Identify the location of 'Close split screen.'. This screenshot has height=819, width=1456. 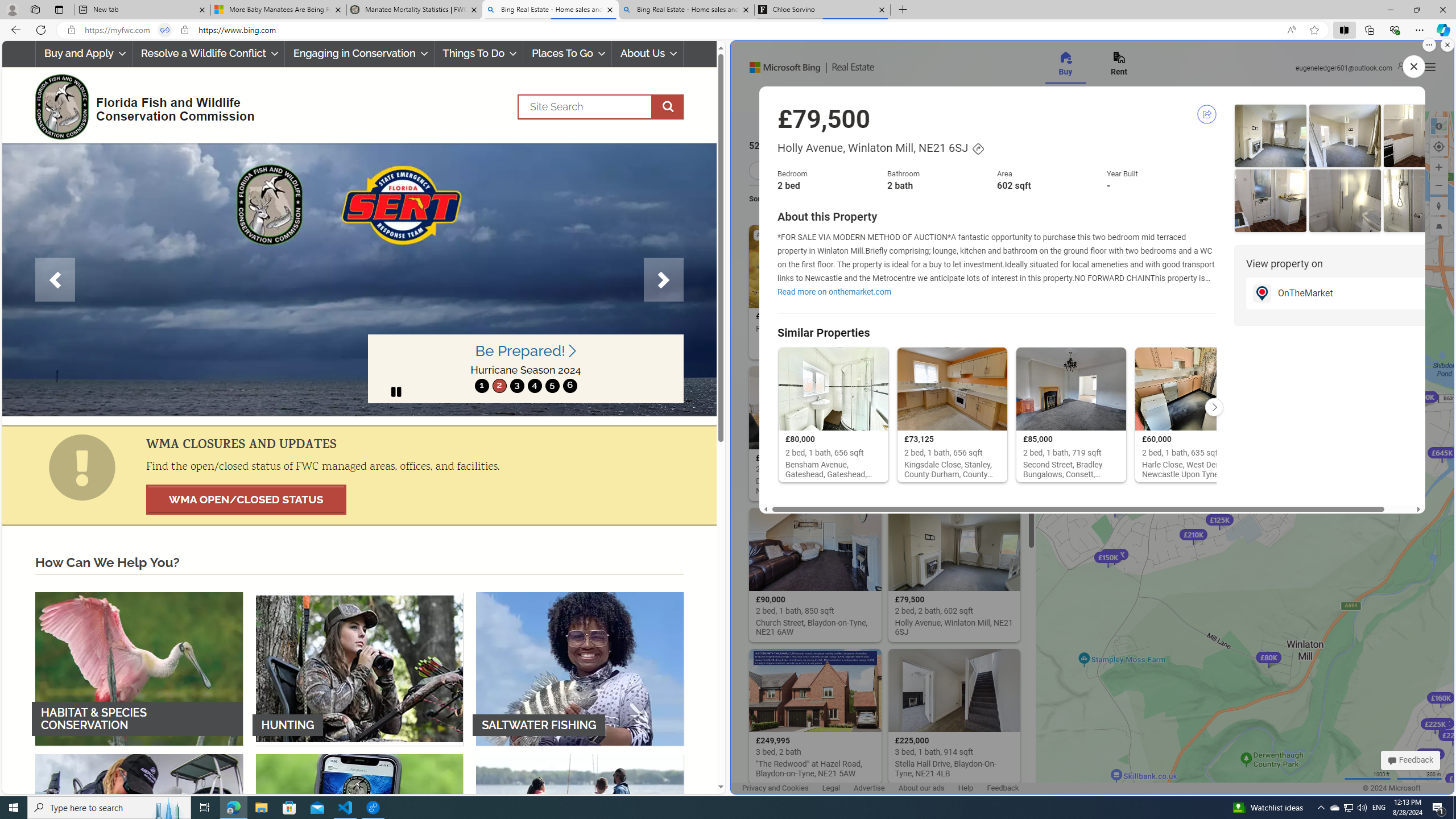
(1446, 44).